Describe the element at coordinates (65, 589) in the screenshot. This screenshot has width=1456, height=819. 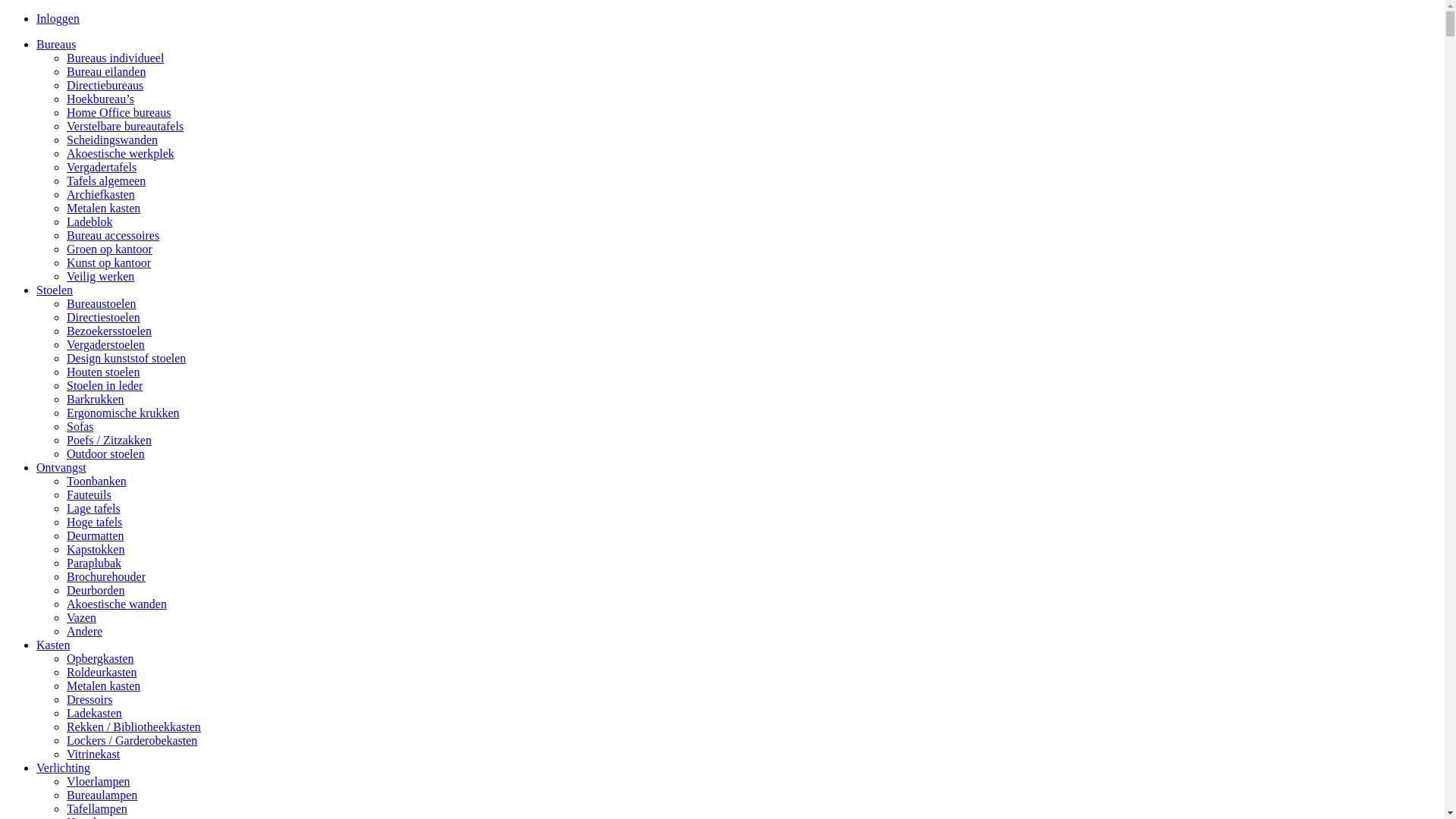
I see `'Deurborden'` at that location.